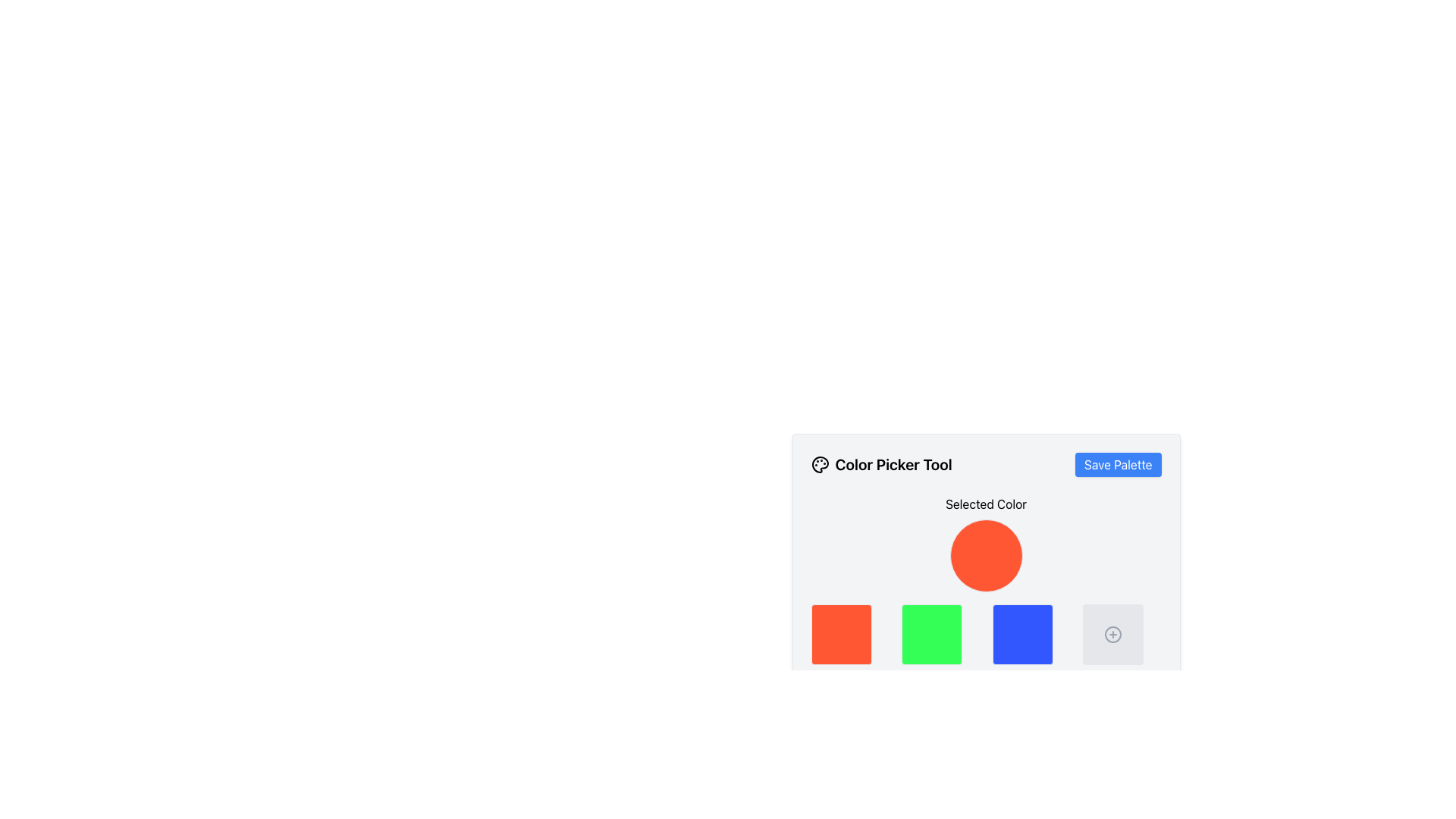  I want to click on label text 'Selected Color' which indicates the context for the color preview element below it, so click(986, 504).